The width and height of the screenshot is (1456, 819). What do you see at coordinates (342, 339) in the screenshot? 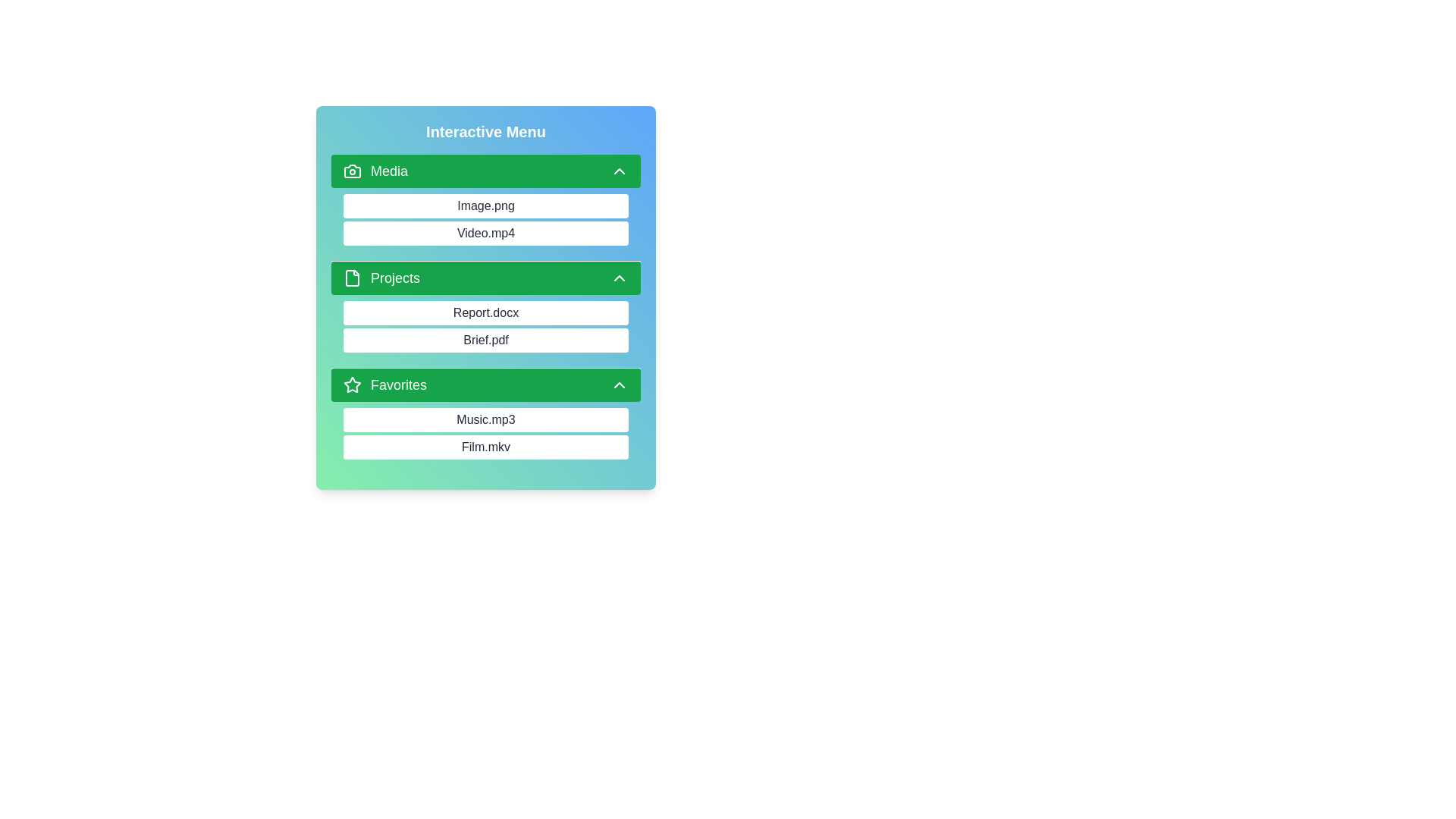
I see `the item Brief.pdf from the category Projects` at bounding box center [342, 339].